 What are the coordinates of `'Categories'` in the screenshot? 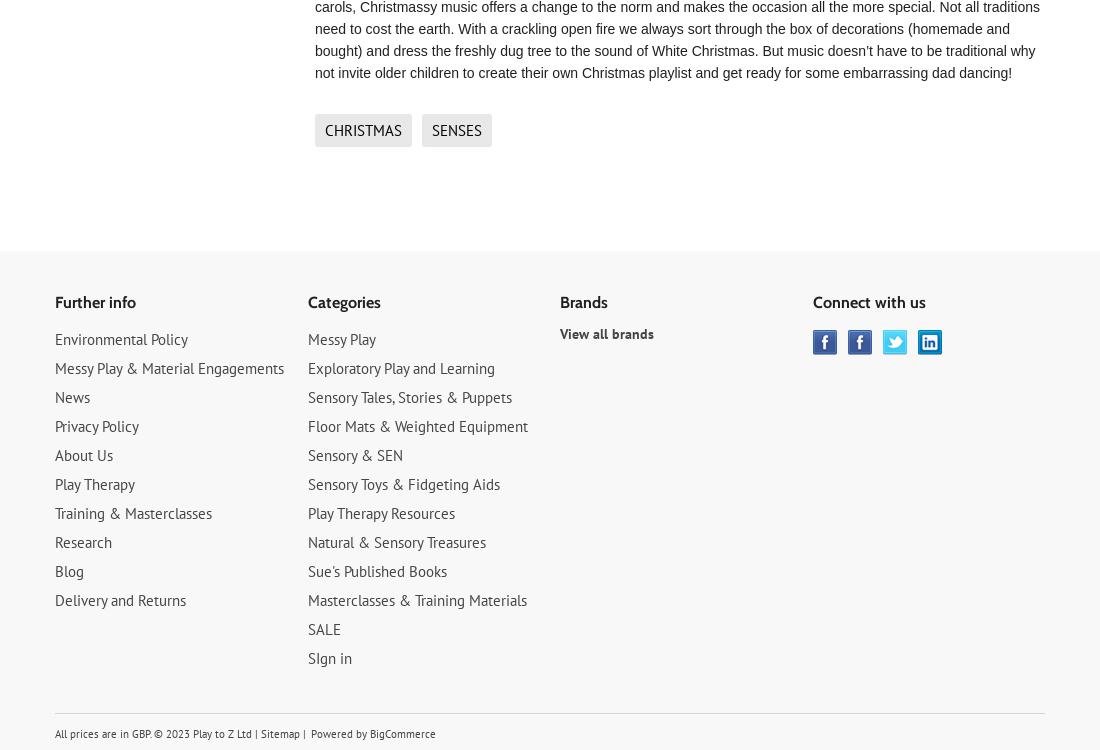 It's located at (342, 302).